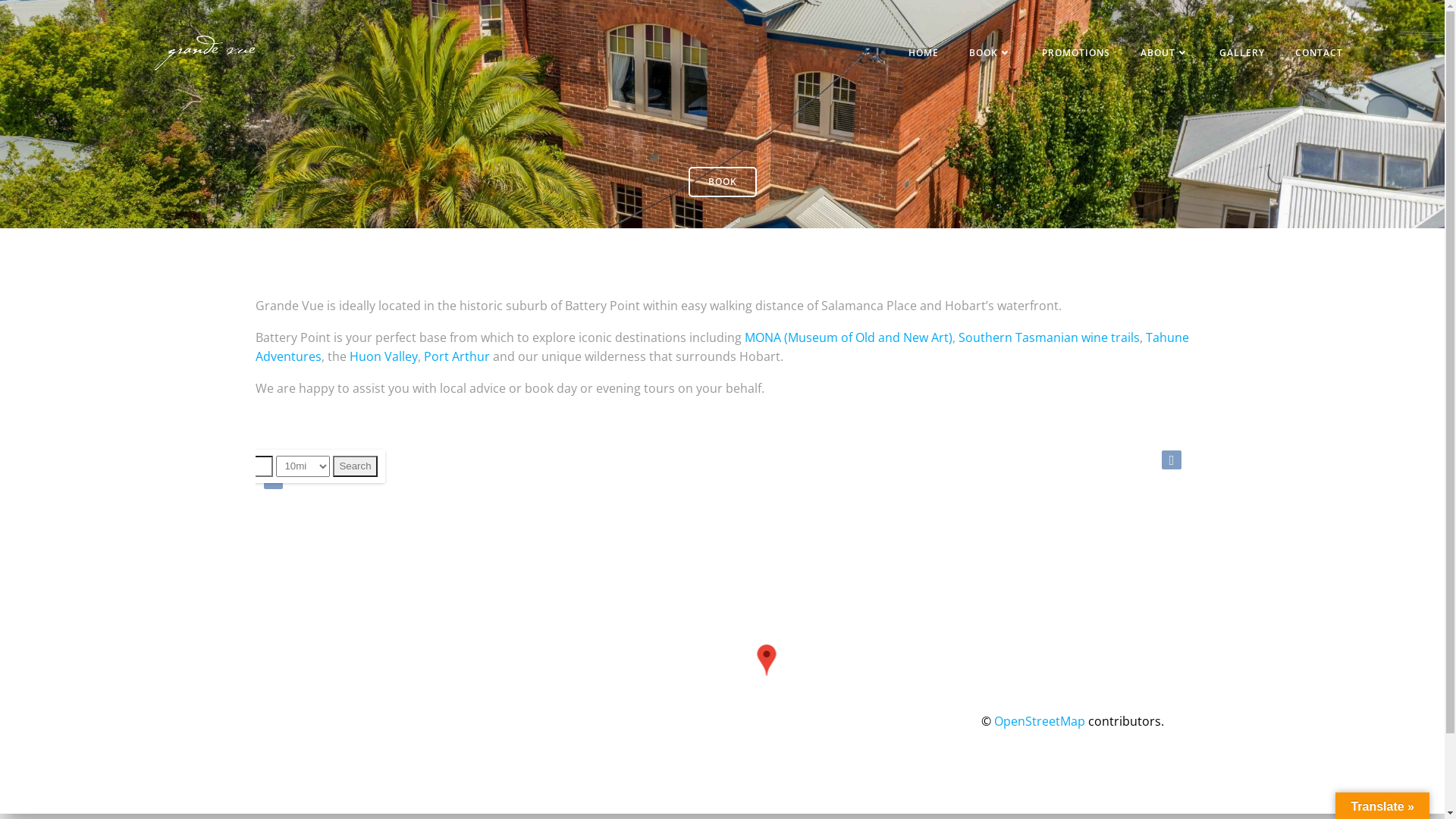 Image resolution: width=1456 pixels, height=819 pixels. What do you see at coordinates (1318, 52) in the screenshot?
I see `'CONTACT'` at bounding box center [1318, 52].